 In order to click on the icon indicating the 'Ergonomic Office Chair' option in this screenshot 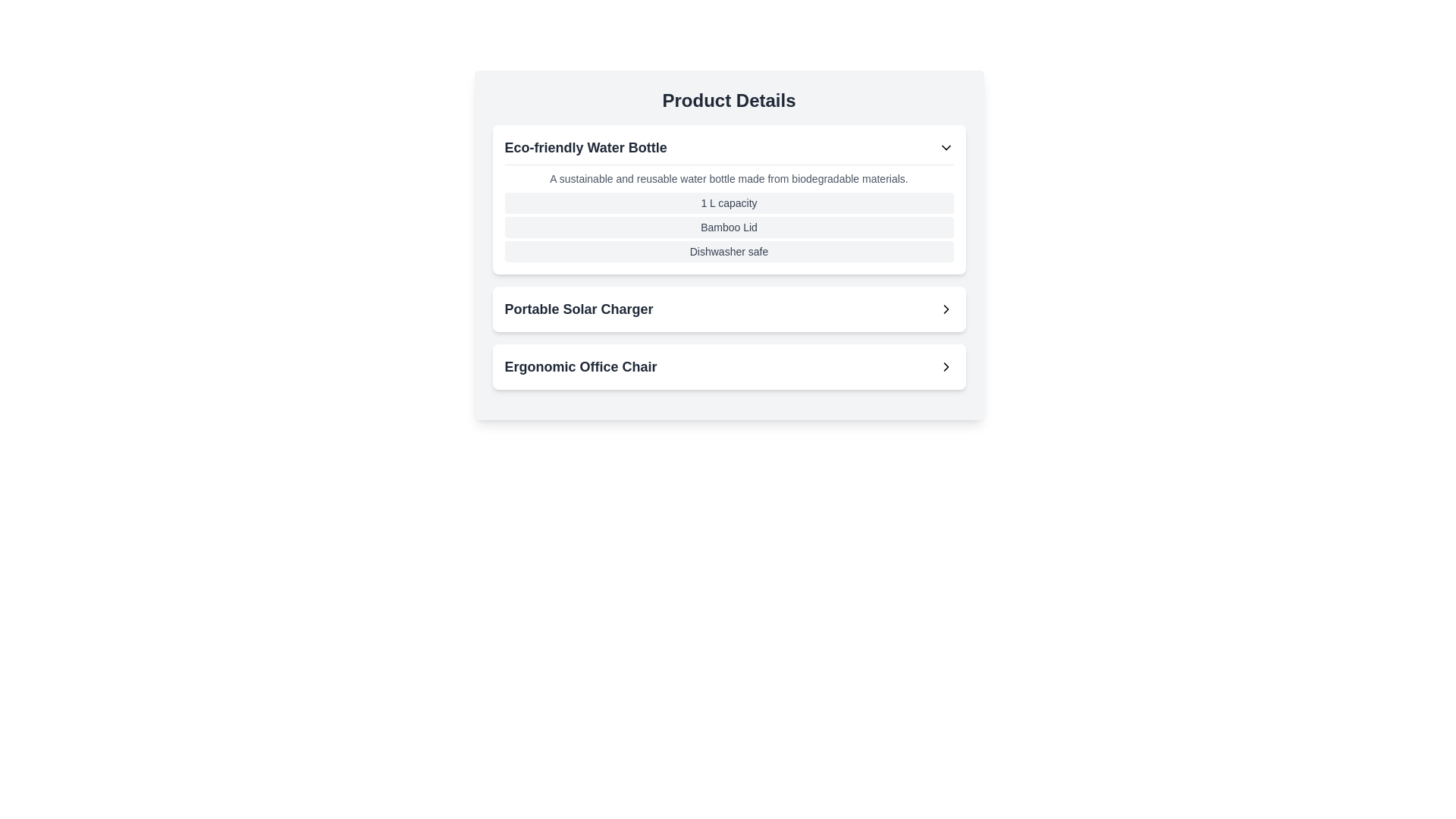, I will do `click(945, 366)`.